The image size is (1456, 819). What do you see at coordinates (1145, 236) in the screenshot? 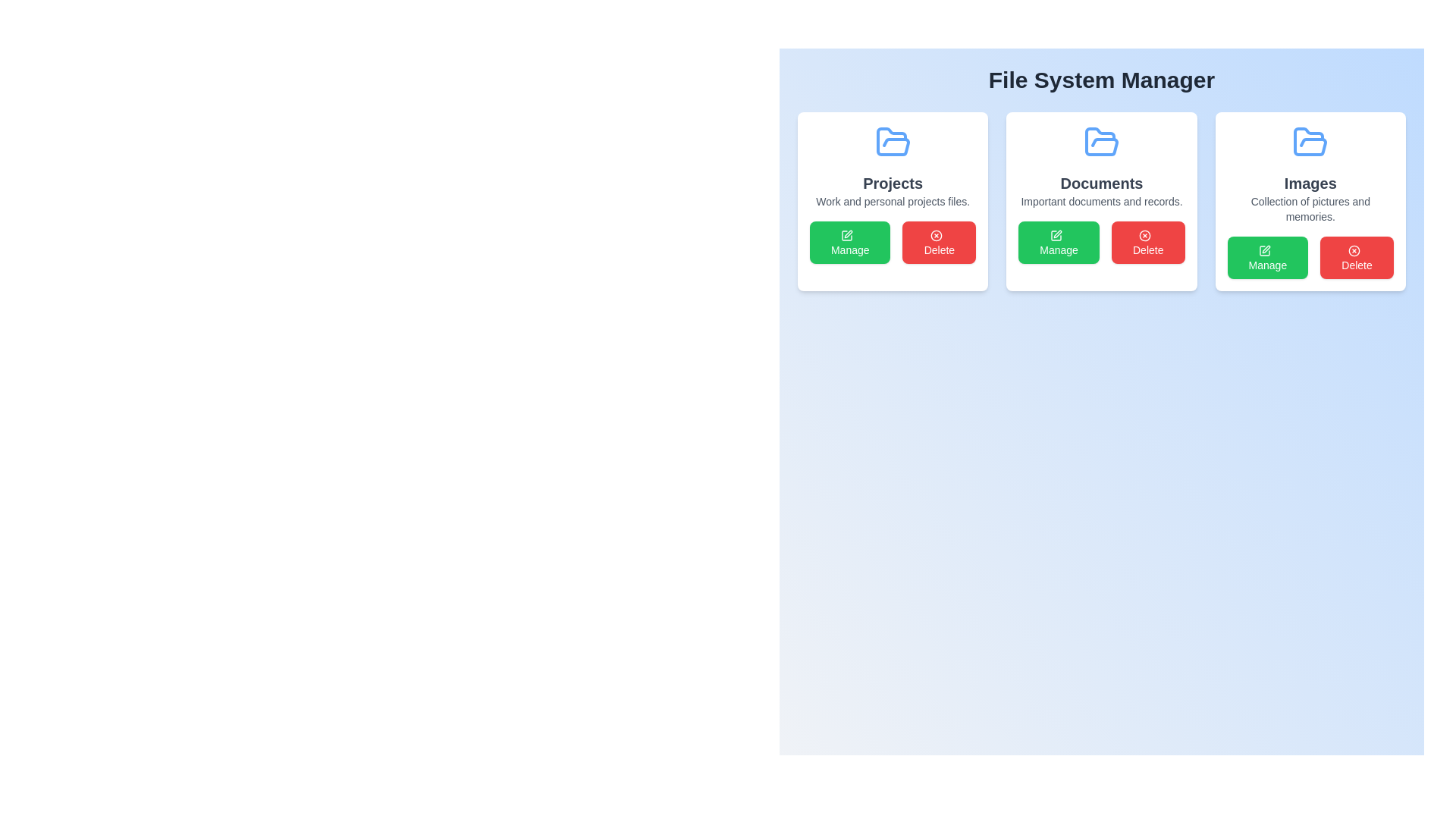
I see `the graphical representation of a circle within the SVG design that serves as the delete icon in the second card labeled 'Documents'` at bounding box center [1145, 236].